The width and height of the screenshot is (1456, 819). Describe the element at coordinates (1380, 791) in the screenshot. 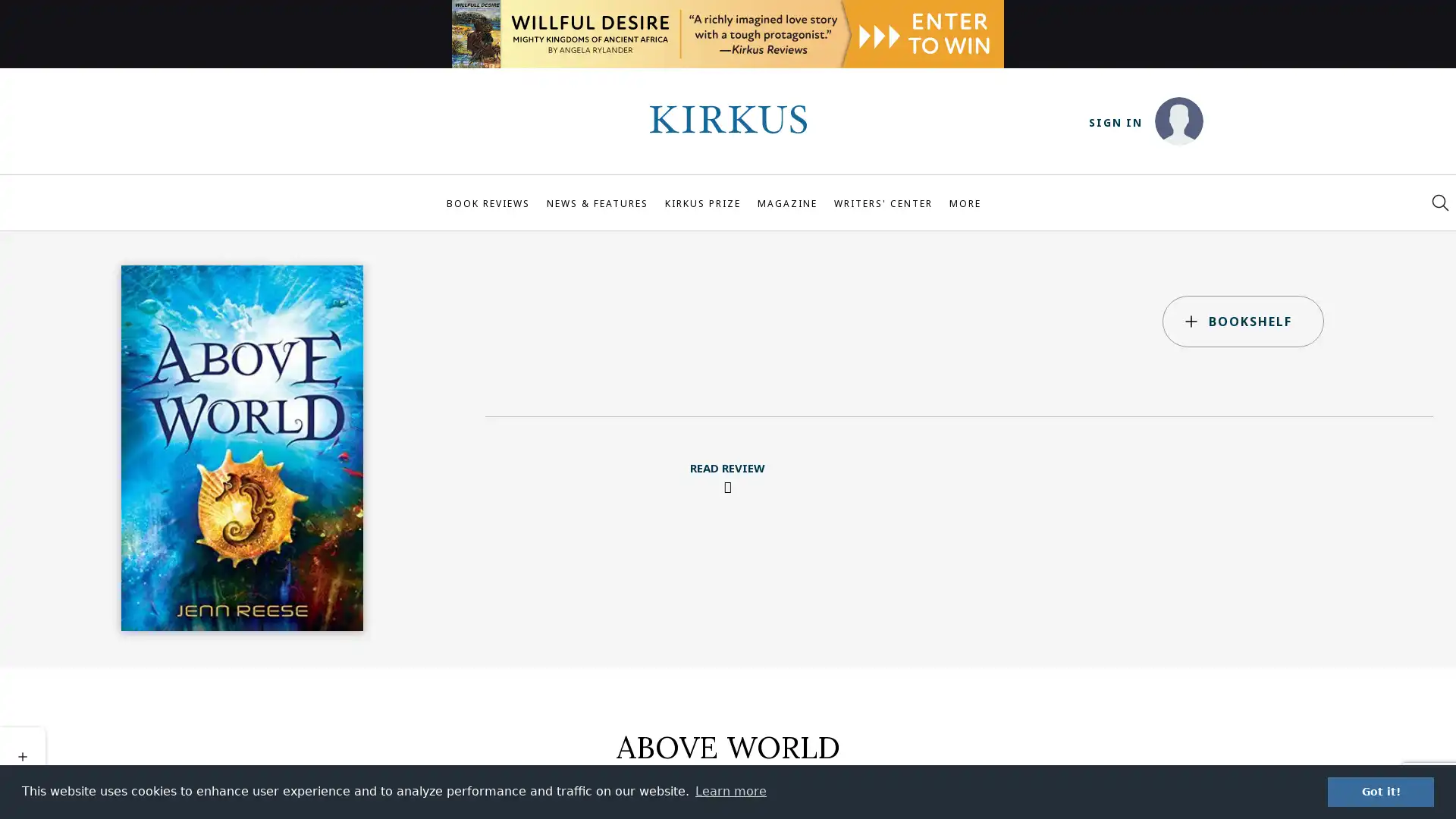

I see `dismiss cookie message` at that location.